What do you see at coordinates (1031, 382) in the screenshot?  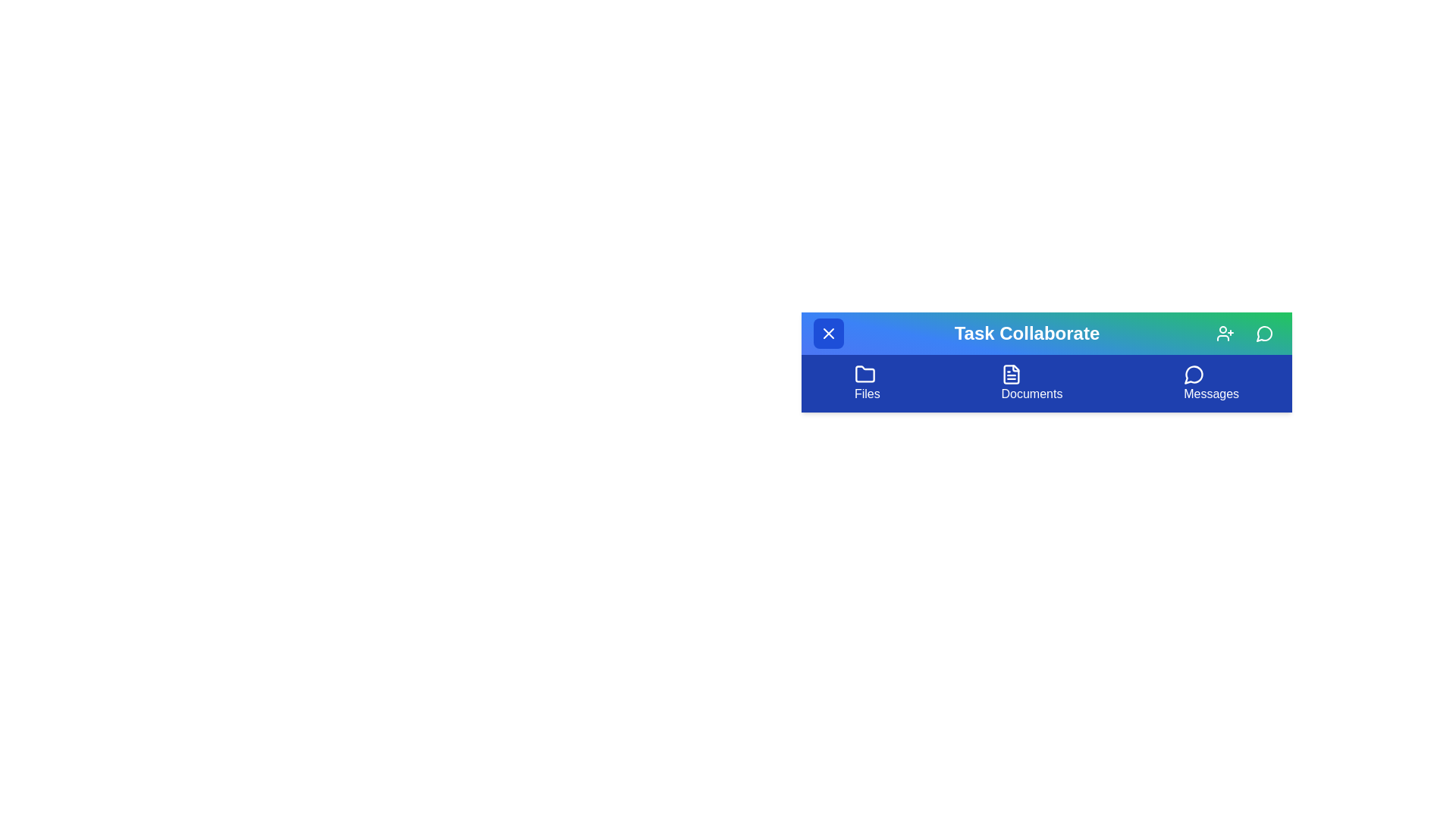 I see `the 'Documents' menu item to select it` at bounding box center [1031, 382].